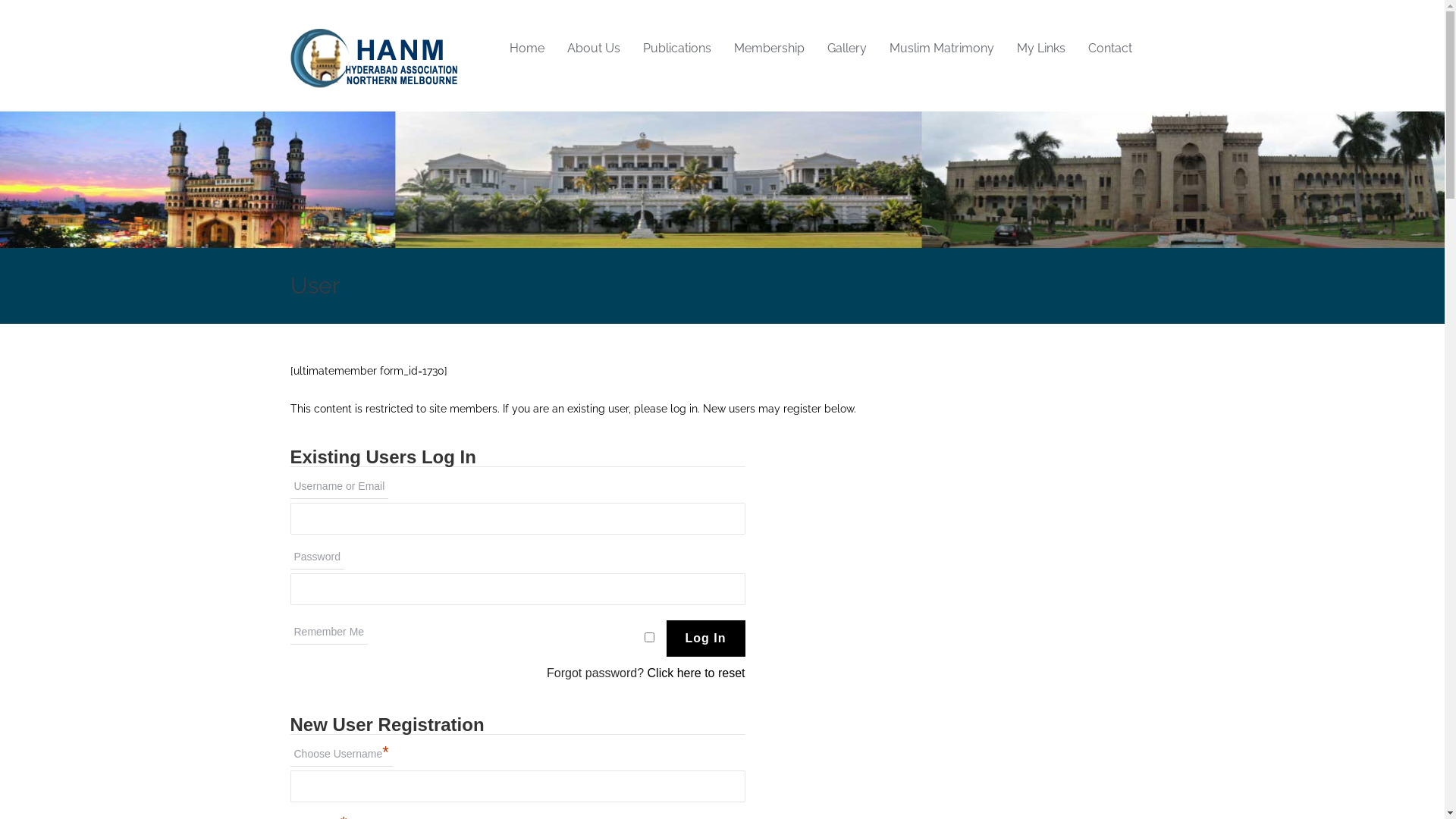  What do you see at coordinates (1110, 48) in the screenshot?
I see `'Contact'` at bounding box center [1110, 48].